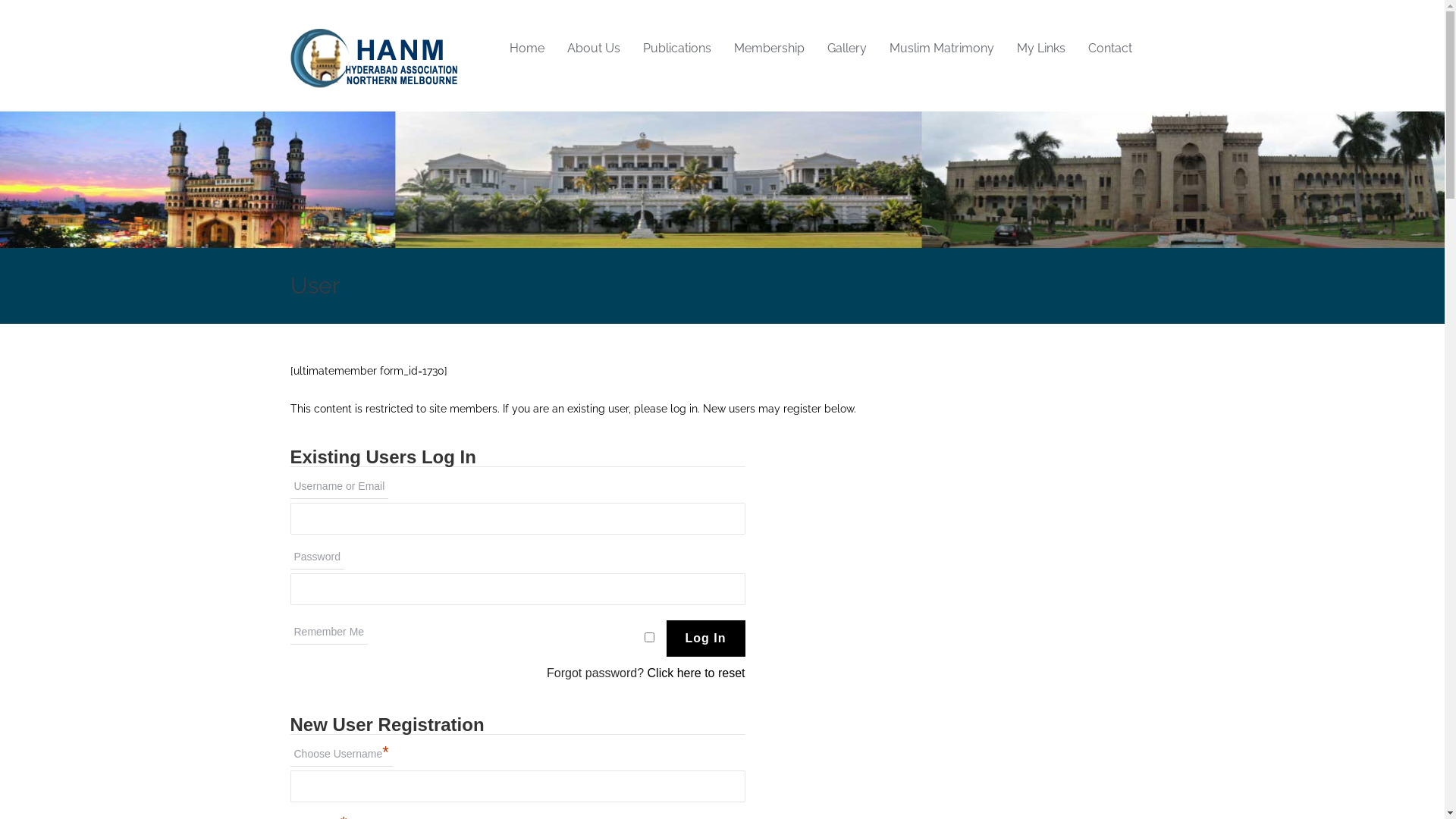  What do you see at coordinates (1110, 48) in the screenshot?
I see `'Contact'` at bounding box center [1110, 48].